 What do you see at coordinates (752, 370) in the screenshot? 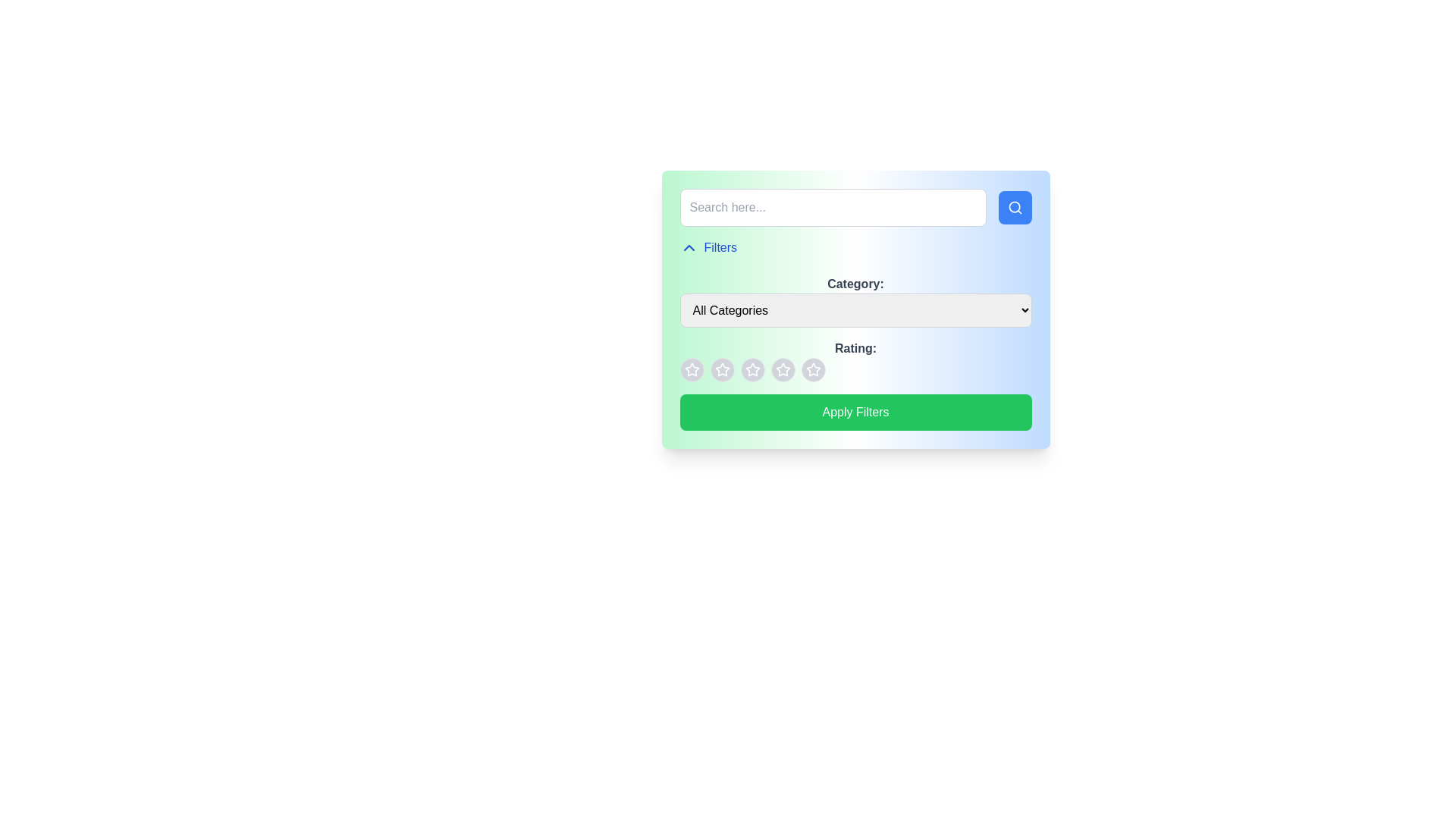
I see `the third Rating star button, which is a circular element with a light gray background and a white star icon` at bounding box center [752, 370].